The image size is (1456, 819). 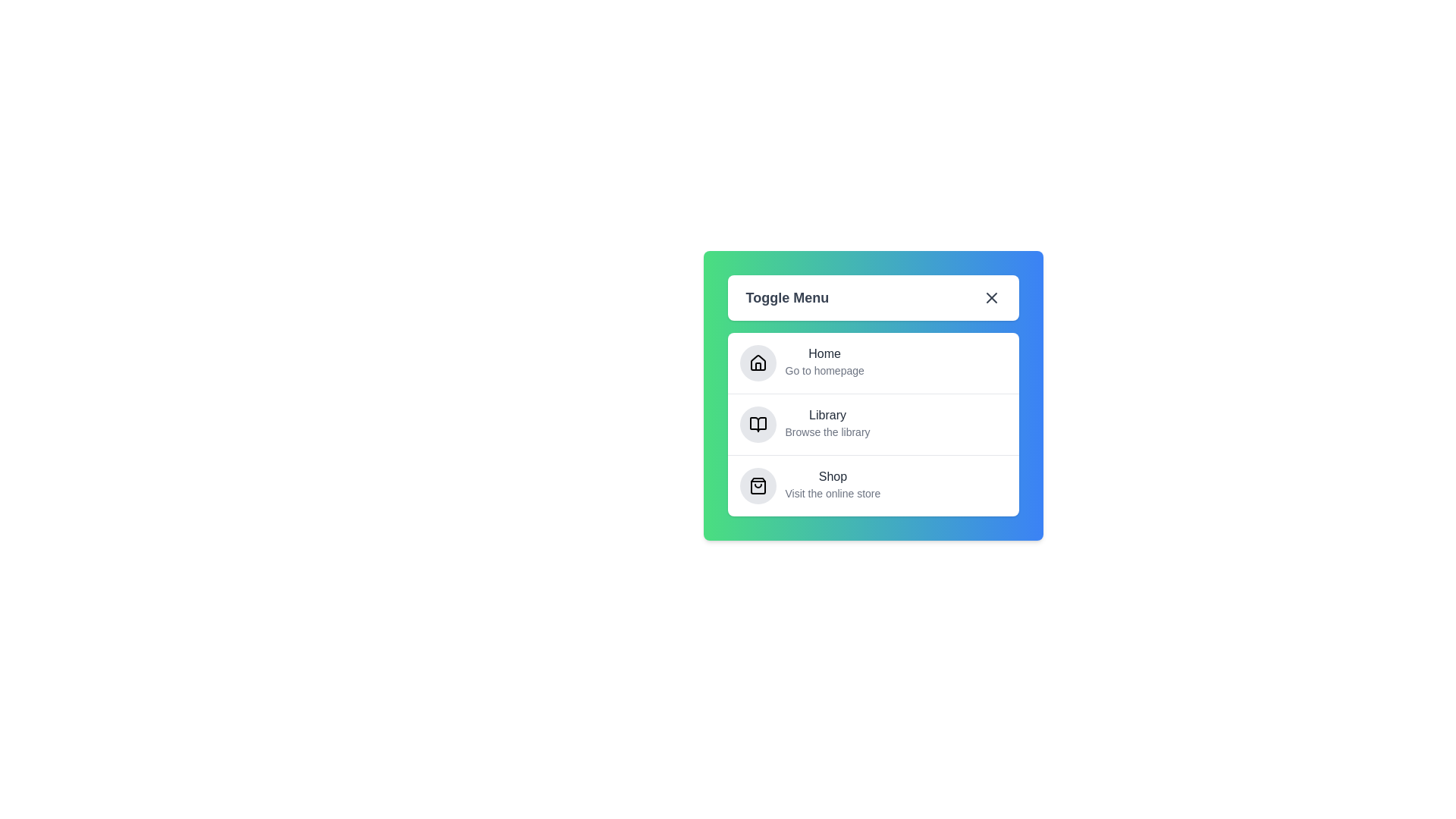 I want to click on the menu item Home to observe the hover effect, so click(x=833, y=356).